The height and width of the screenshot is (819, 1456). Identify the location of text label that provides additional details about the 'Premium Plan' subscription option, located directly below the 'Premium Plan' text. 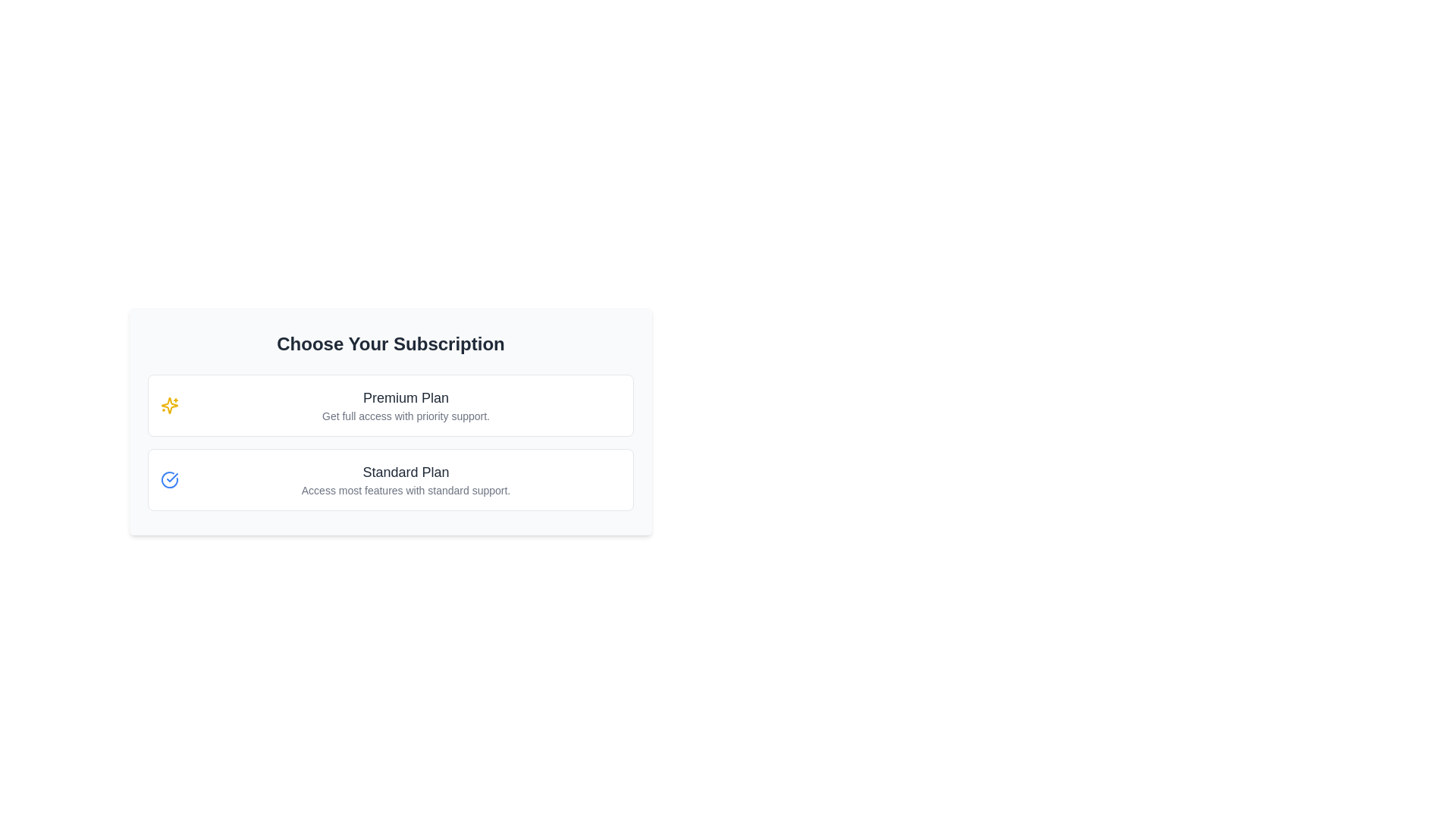
(406, 416).